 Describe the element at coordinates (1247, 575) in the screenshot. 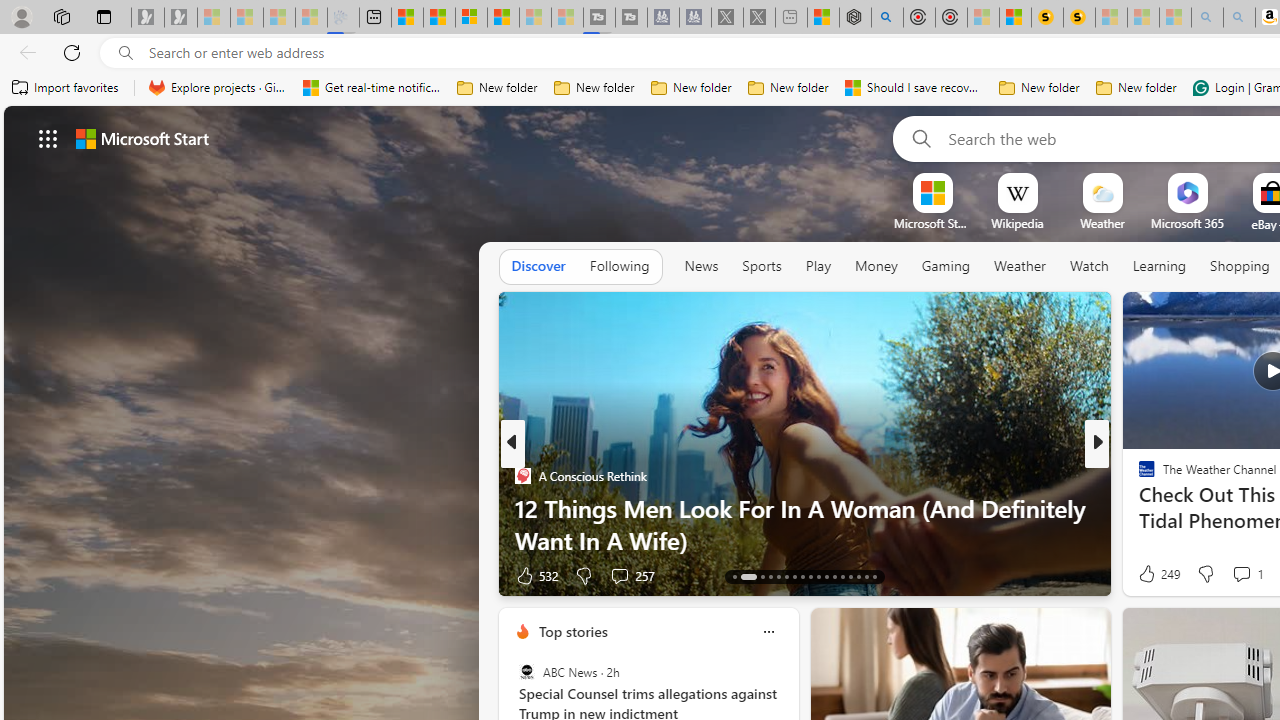

I see `'View comments 366 Comment'` at that location.